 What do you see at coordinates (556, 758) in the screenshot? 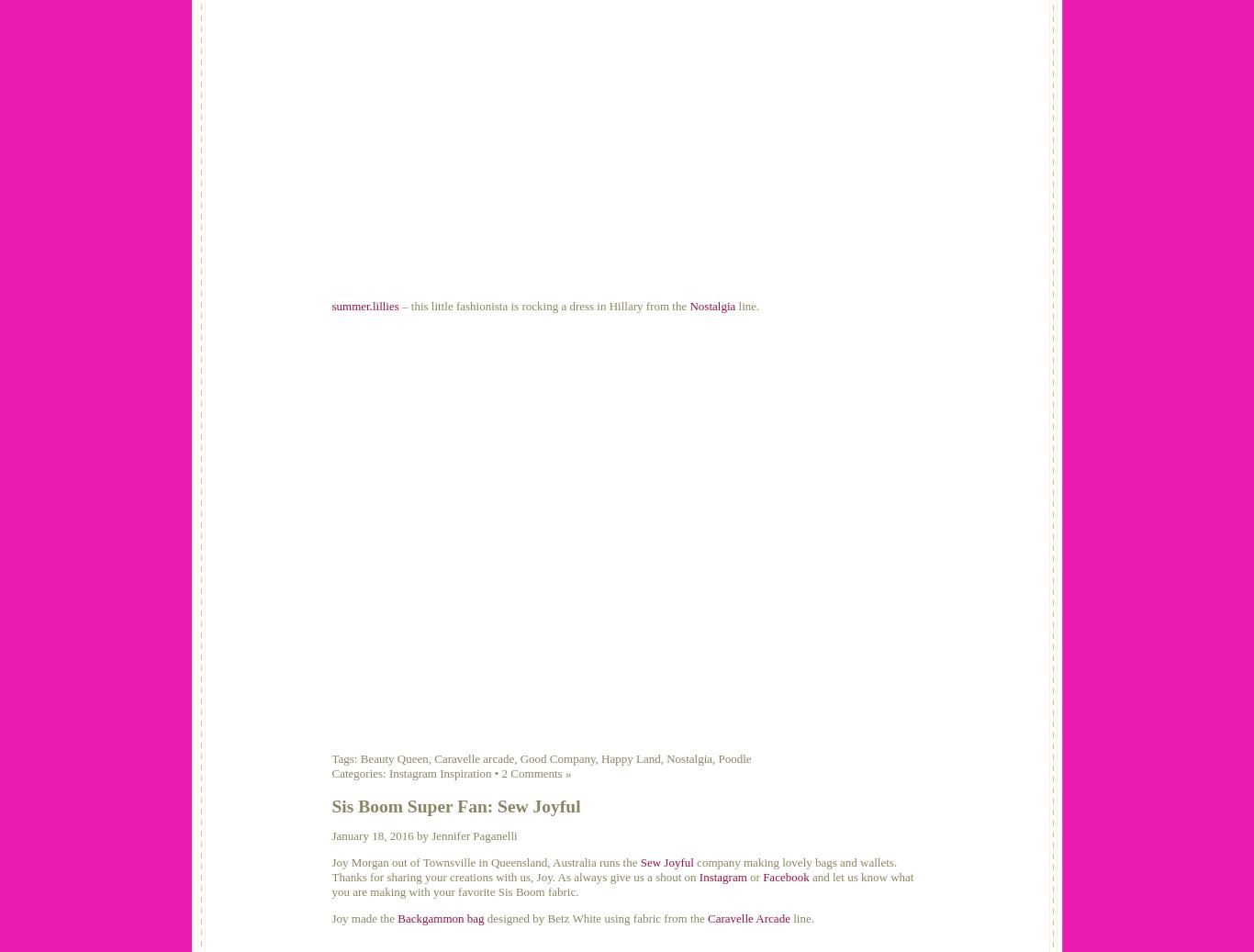
I see `'Good Company'` at bounding box center [556, 758].